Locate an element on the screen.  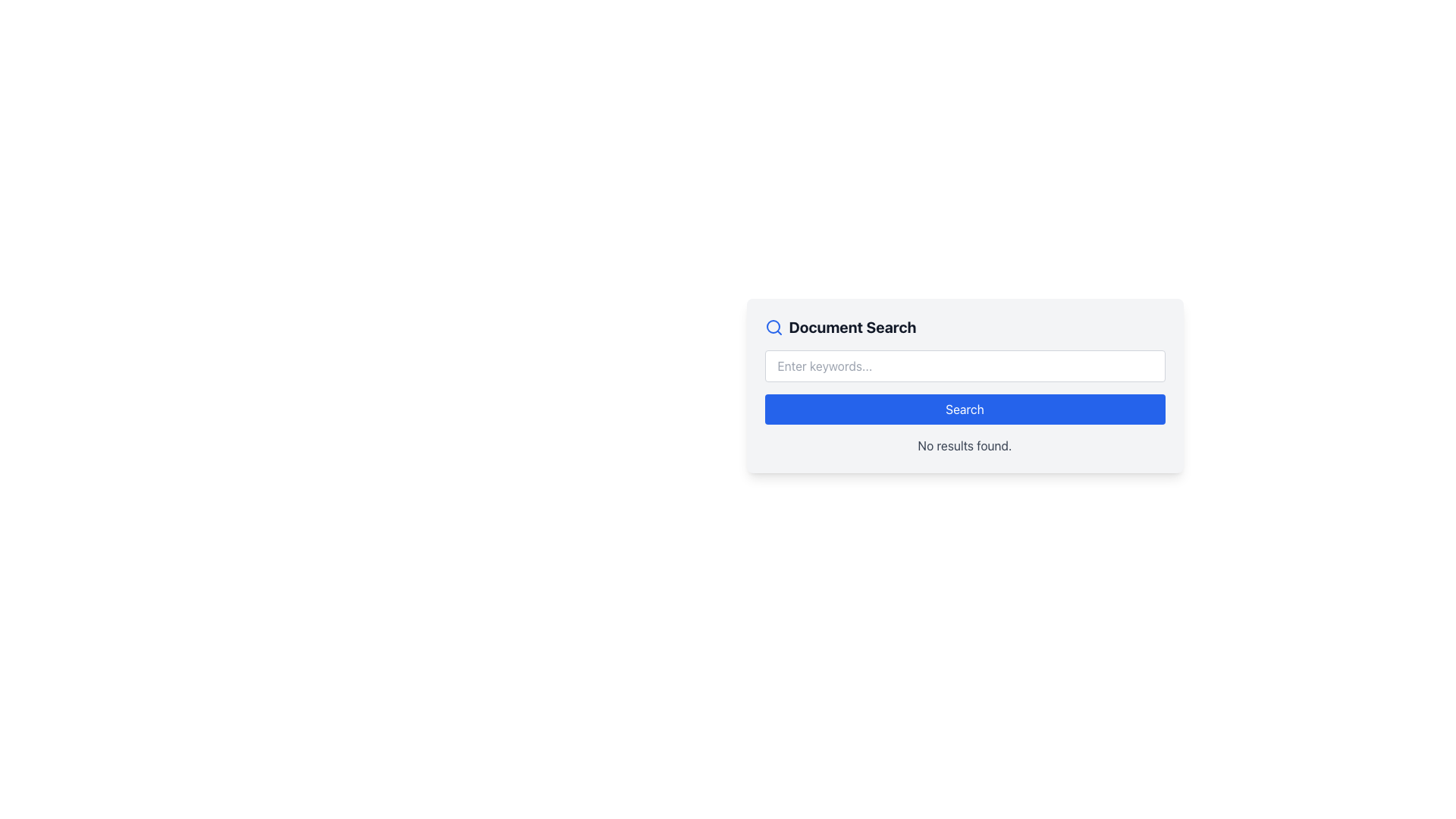
the search button located within the gray box, positioned below the 'Enter keywords...' text input field and above the 'No results found.' message, to observe its hover effect is located at coordinates (964, 409).